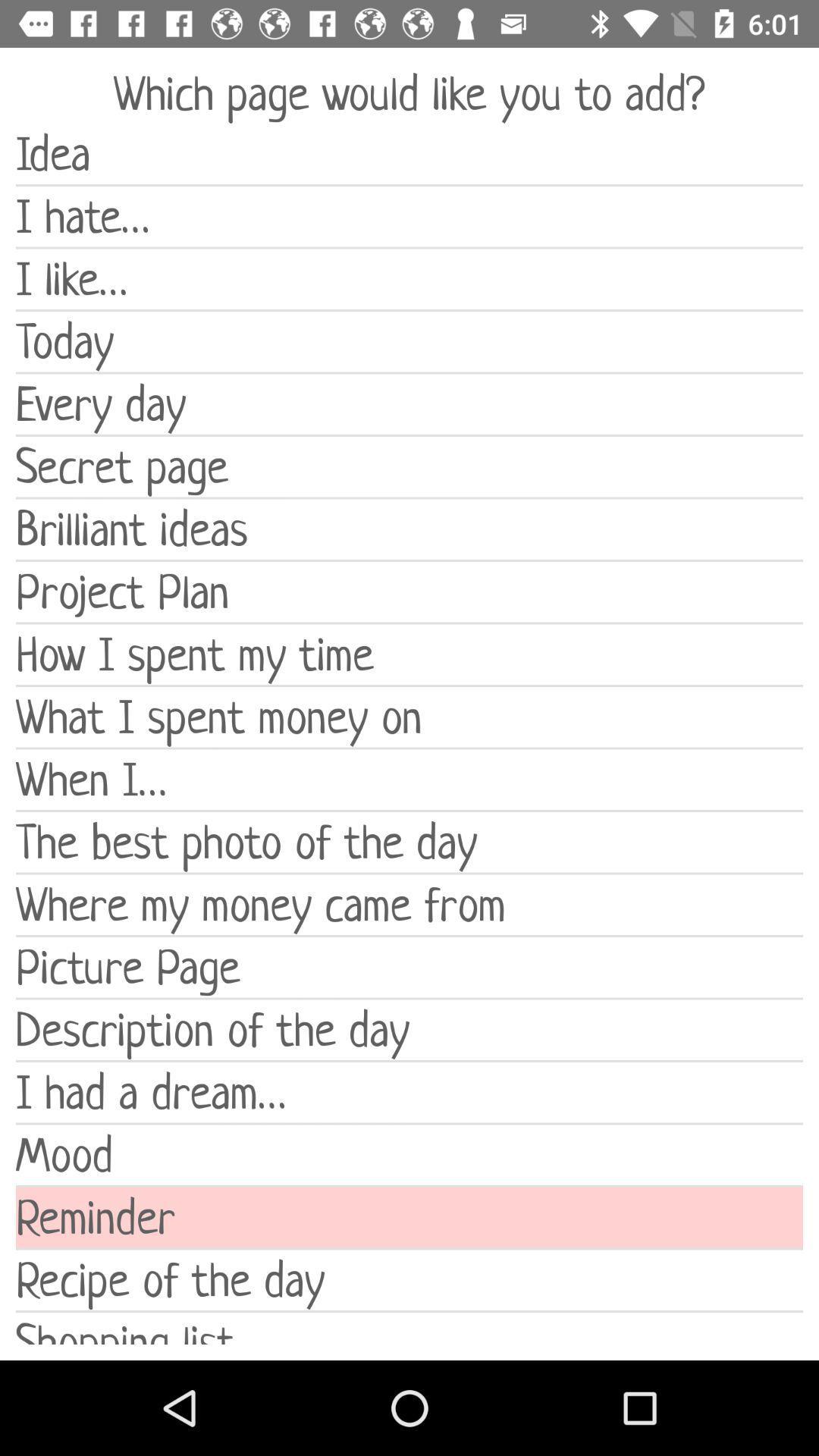  Describe the element at coordinates (409, 1217) in the screenshot. I see `the item below mood item` at that location.